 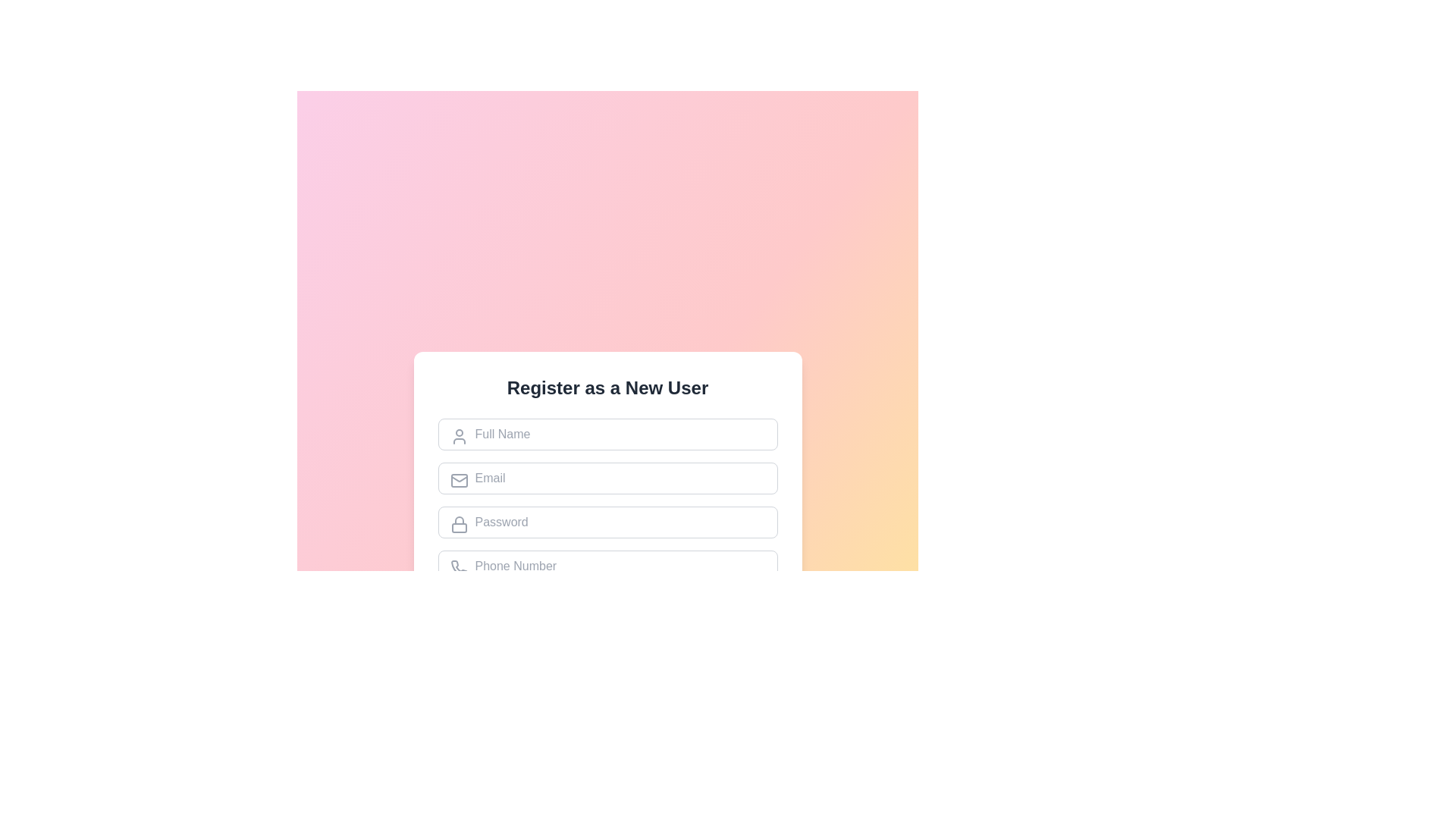 What do you see at coordinates (458, 480) in the screenshot?
I see `the mail icon, which is the lower rectangle of the SVG-based mail icon, positioned to the left of the 'Email' input field's label text` at bounding box center [458, 480].